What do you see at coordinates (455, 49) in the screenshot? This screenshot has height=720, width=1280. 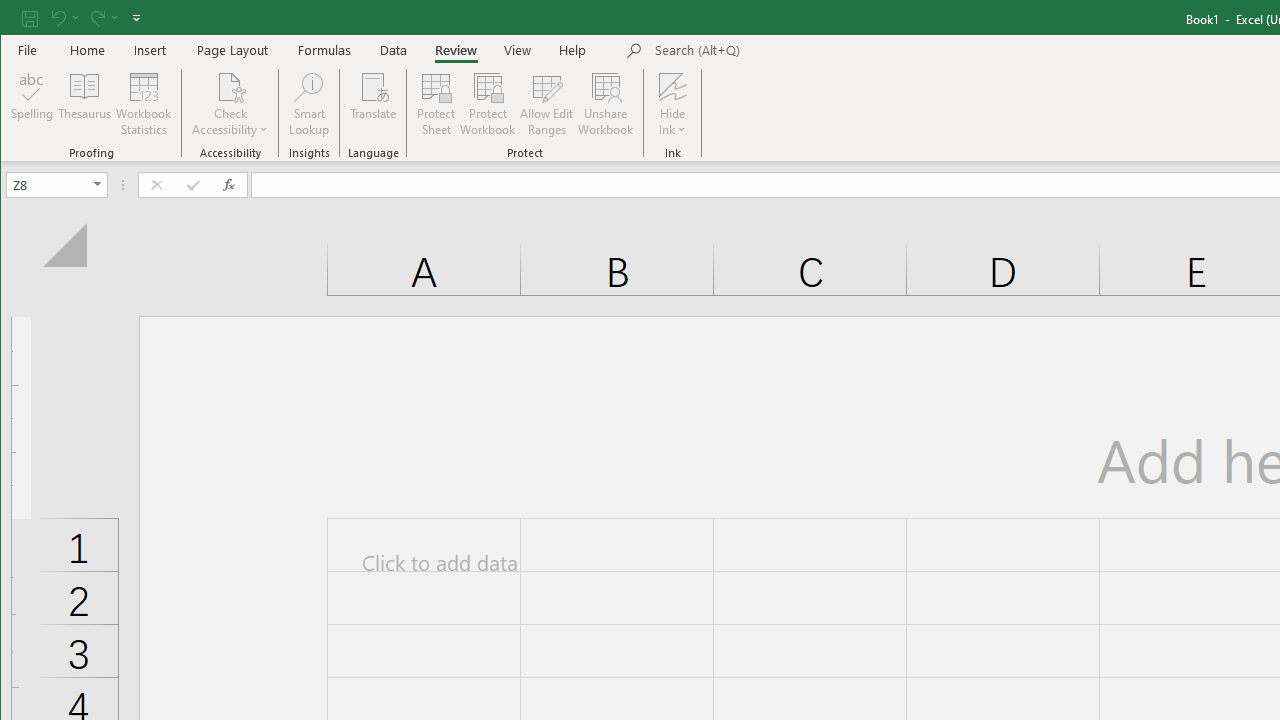 I see `'Review'` at bounding box center [455, 49].